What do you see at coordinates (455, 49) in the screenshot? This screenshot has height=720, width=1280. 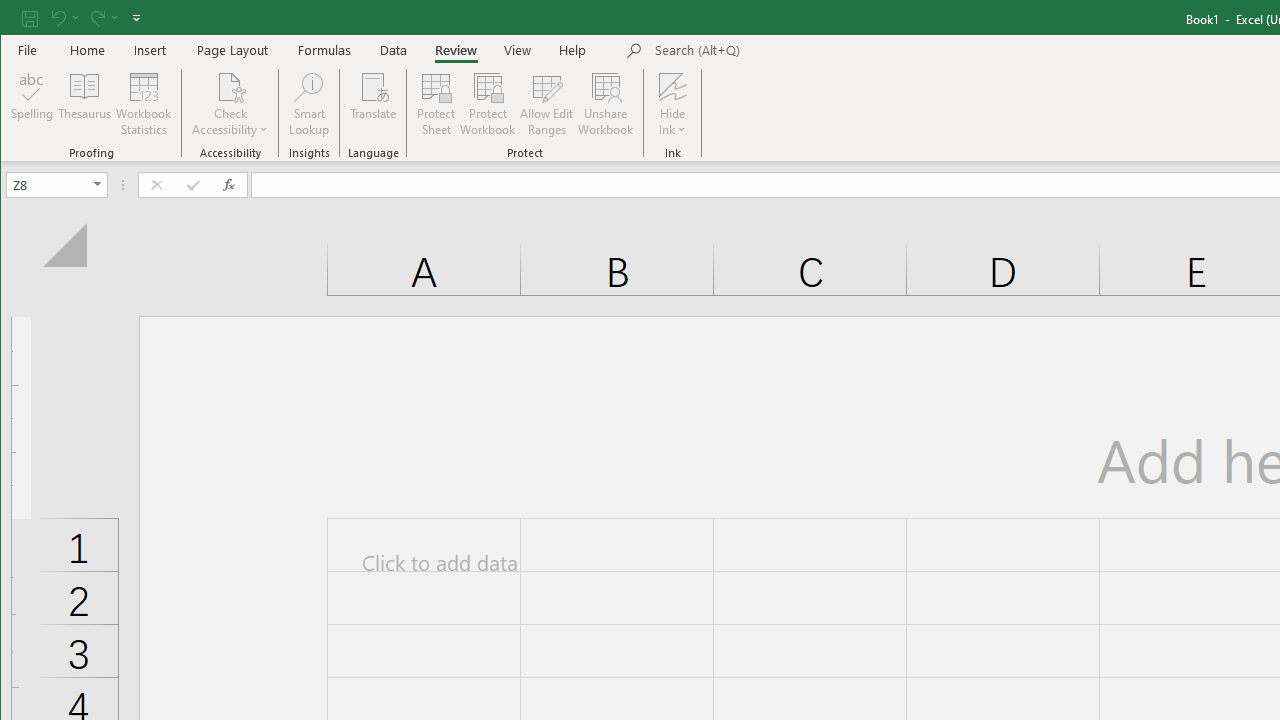 I see `'Review'` at bounding box center [455, 49].